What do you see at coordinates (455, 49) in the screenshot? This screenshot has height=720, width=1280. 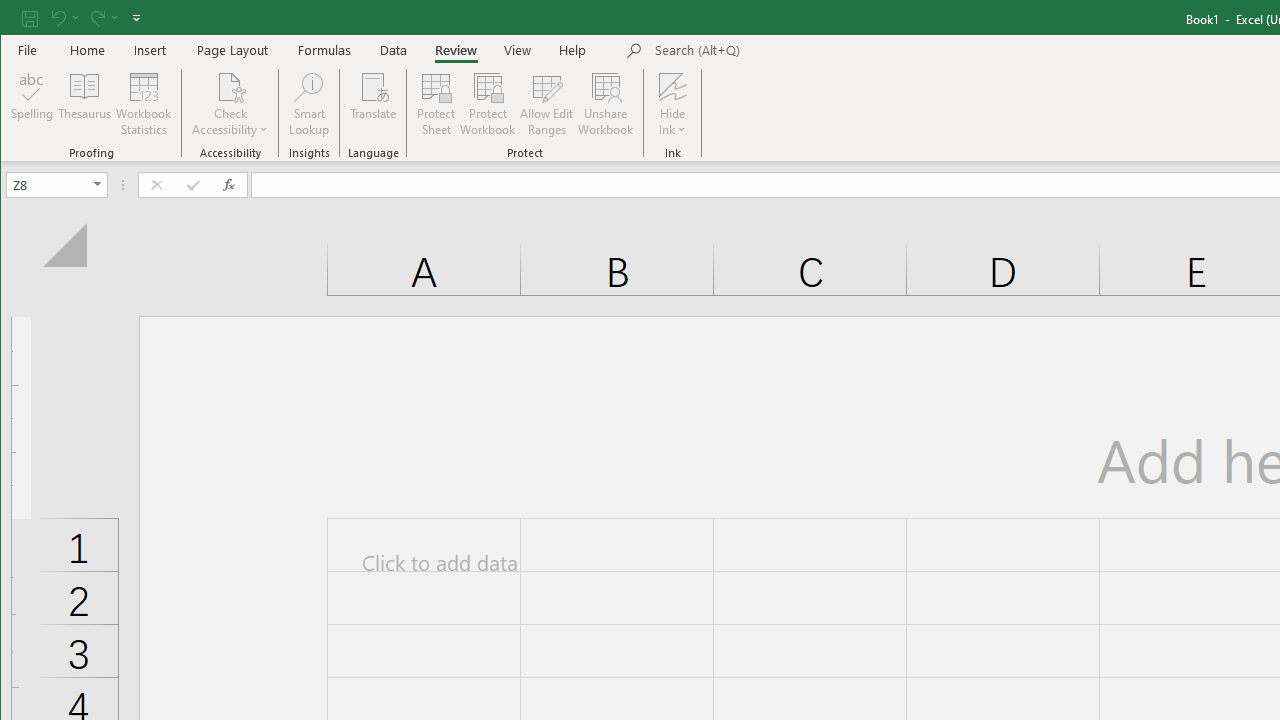 I see `'Review'` at bounding box center [455, 49].